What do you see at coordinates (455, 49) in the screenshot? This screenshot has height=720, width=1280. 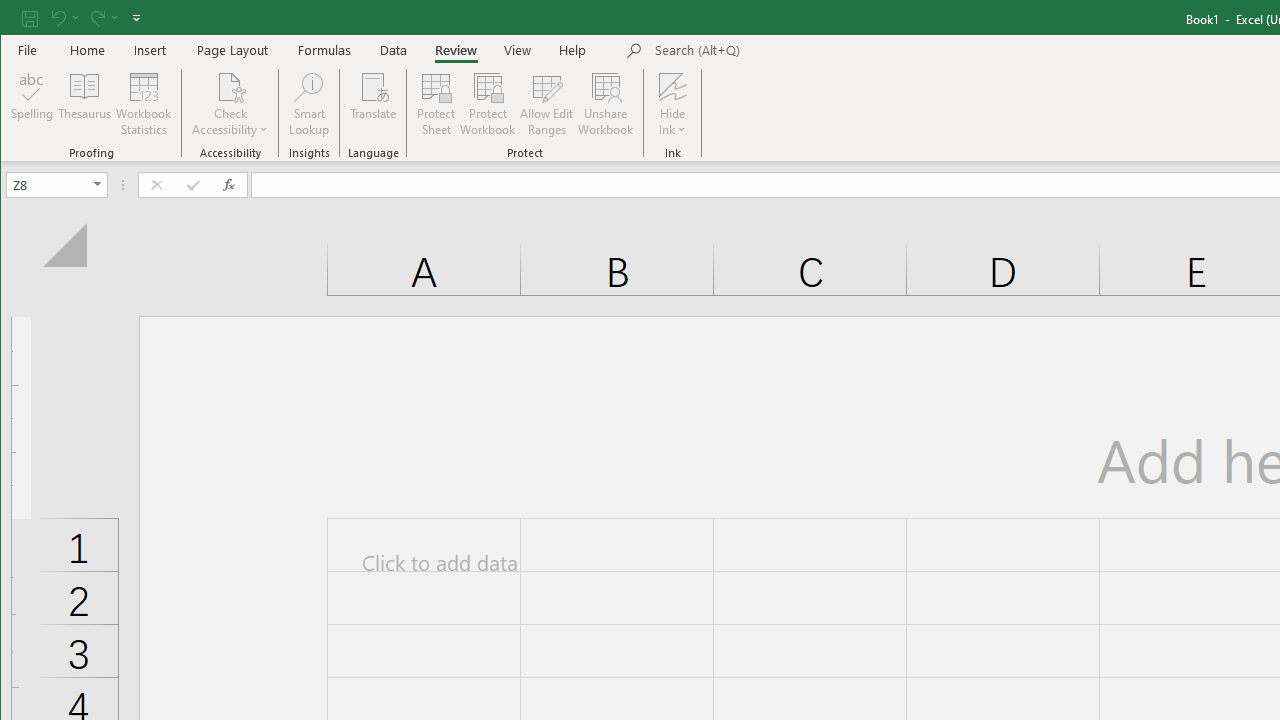 I see `'Review'` at bounding box center [455, 49].